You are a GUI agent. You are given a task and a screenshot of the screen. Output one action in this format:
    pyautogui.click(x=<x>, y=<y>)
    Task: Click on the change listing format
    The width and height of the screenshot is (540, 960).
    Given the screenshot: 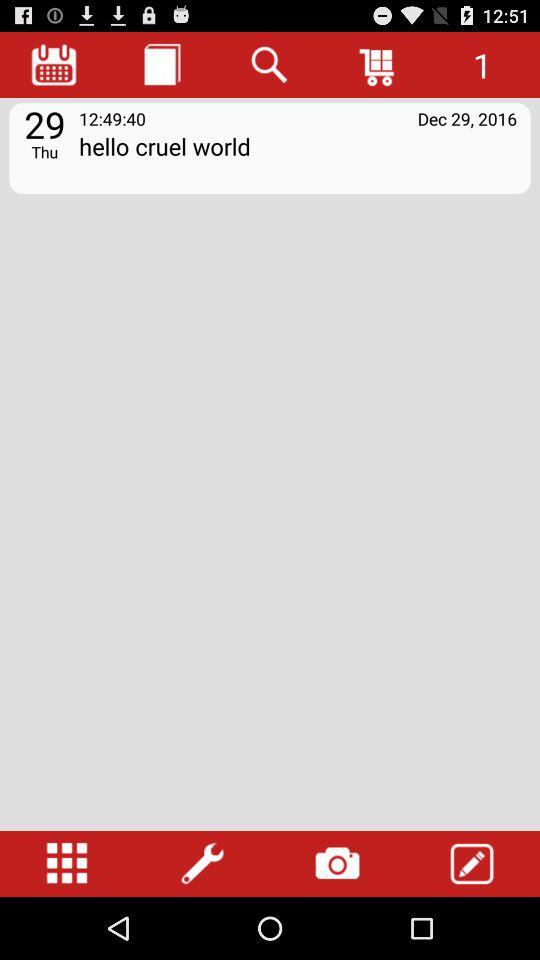 What is the action you would take?
    pyautogui.click(x=67, y=863)
    